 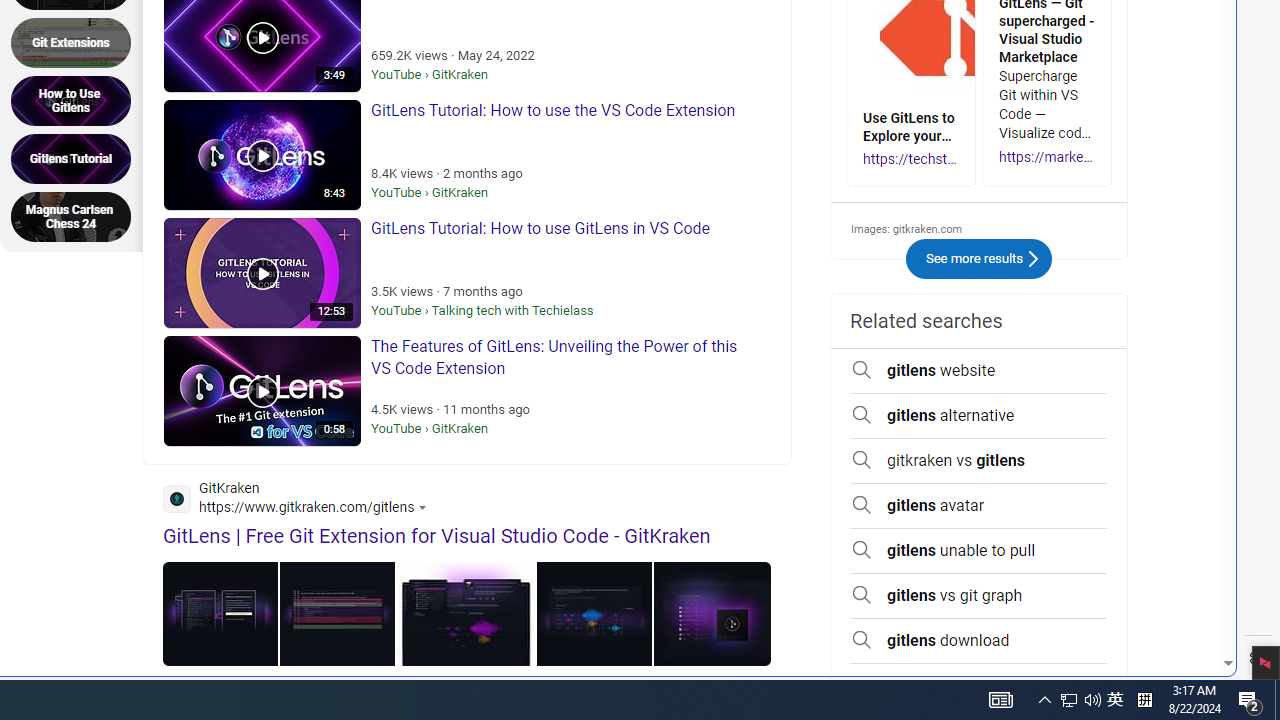 I want to click on 'Images: gitkraken.com', so click(x=979, y=227).